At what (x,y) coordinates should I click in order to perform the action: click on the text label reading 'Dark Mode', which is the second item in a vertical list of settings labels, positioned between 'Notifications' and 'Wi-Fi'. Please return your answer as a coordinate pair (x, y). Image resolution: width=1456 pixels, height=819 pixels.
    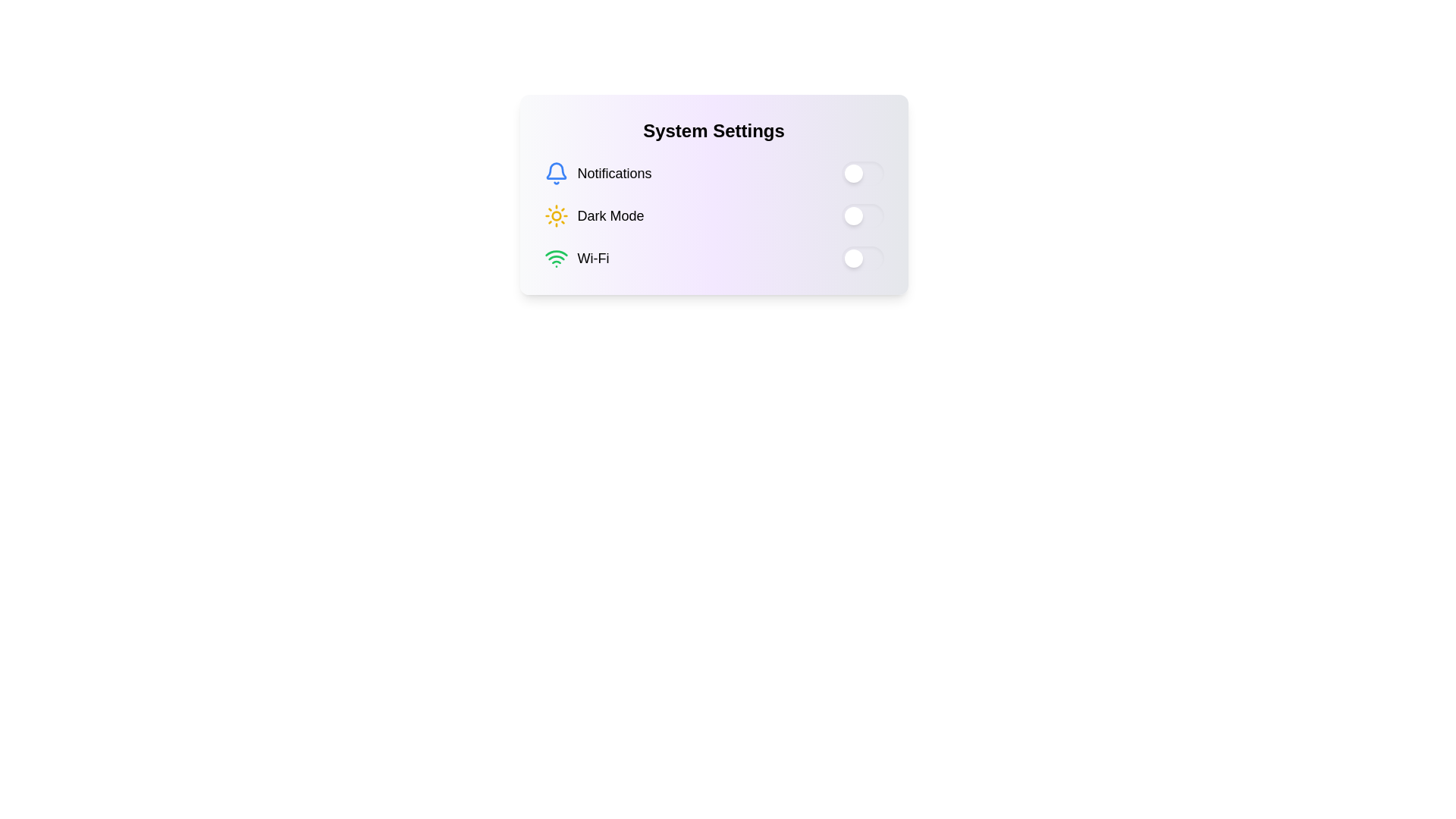
    Looking at the image, I should click on (610, 216).